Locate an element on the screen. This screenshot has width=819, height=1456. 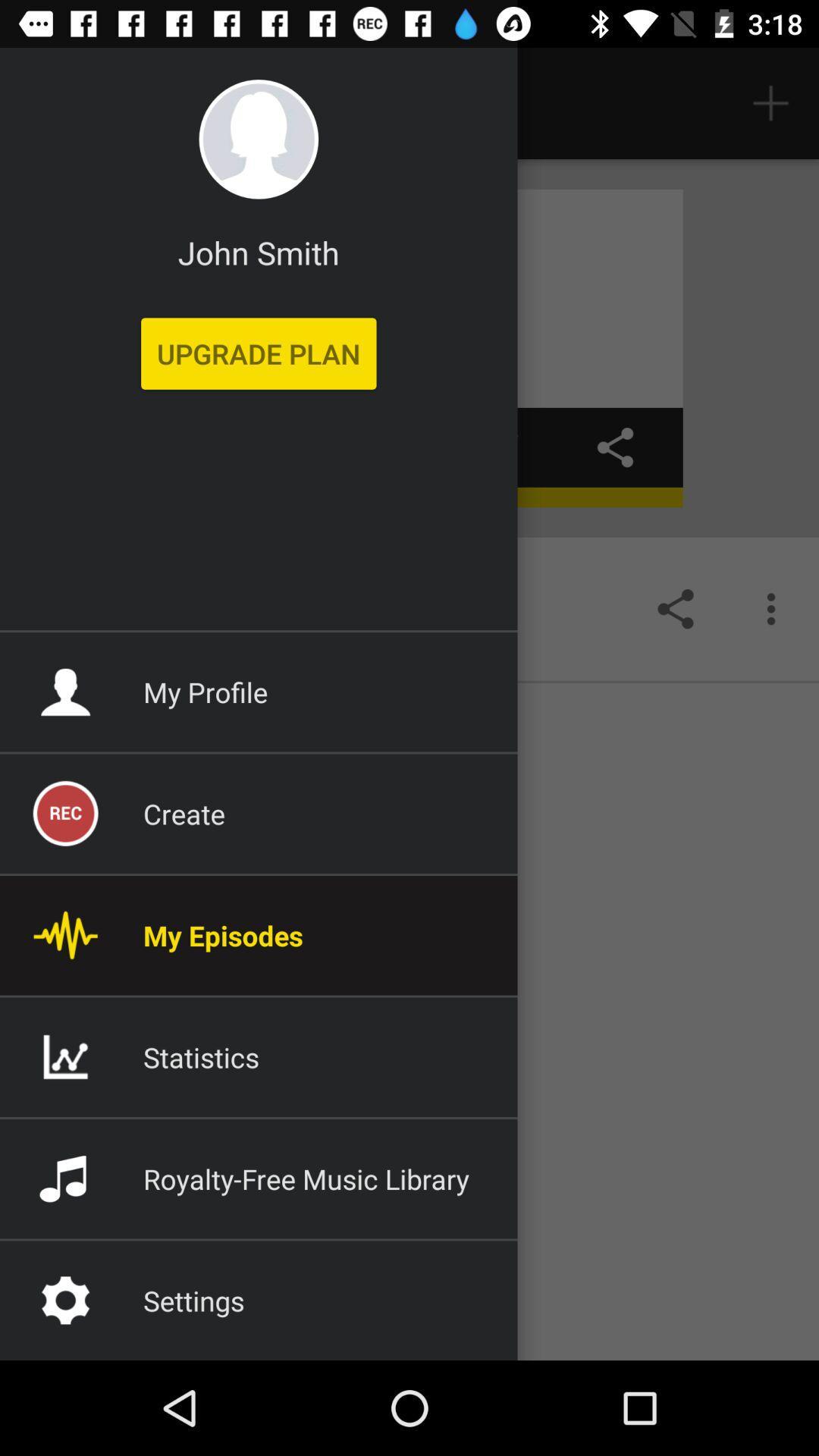
music icon which is above the settings on the left corner of the screen is located at coordinates (64, 1178).